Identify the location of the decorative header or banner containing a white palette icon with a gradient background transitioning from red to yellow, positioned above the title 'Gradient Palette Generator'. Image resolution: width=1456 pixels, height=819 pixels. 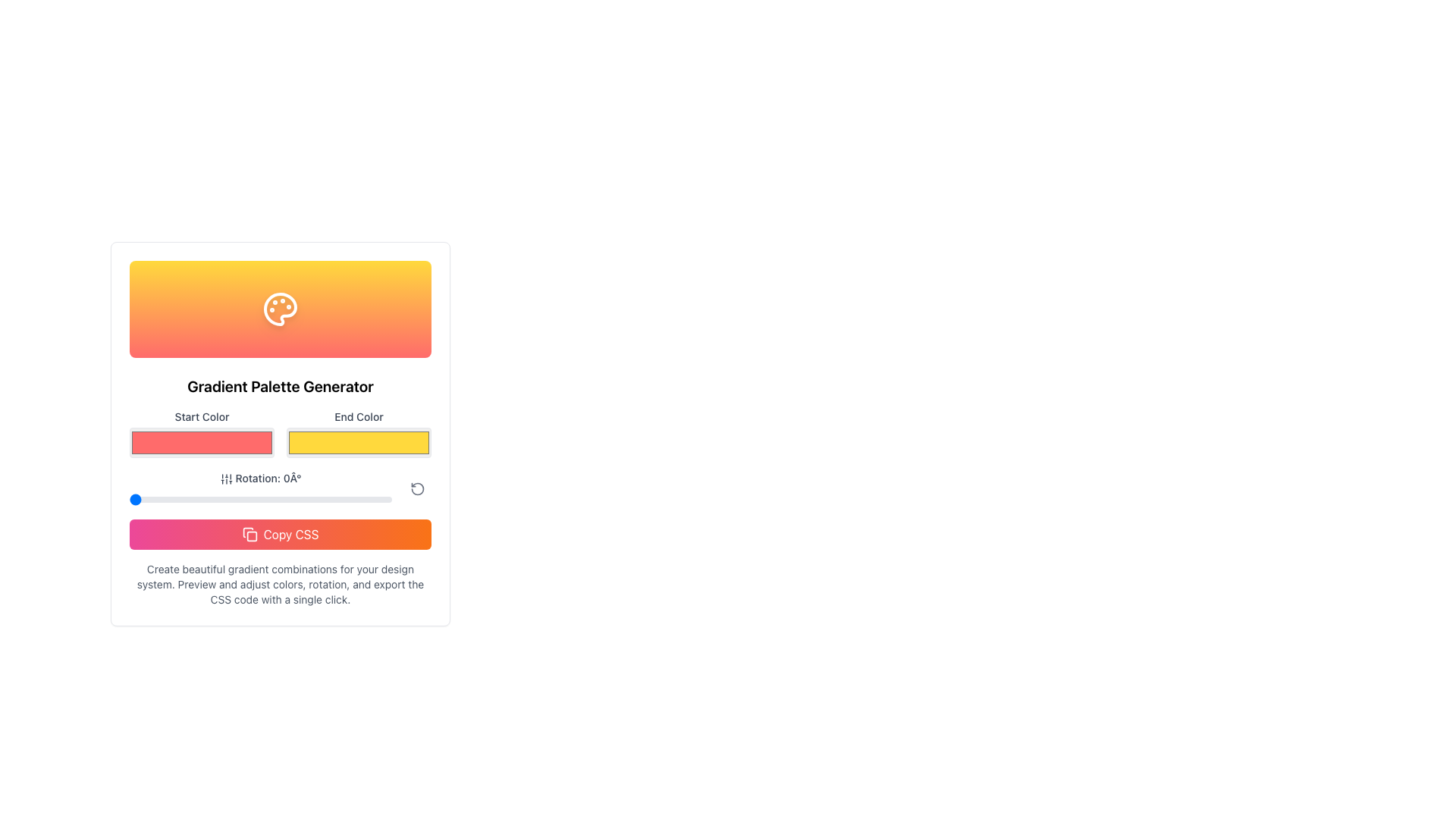
(280, 309).